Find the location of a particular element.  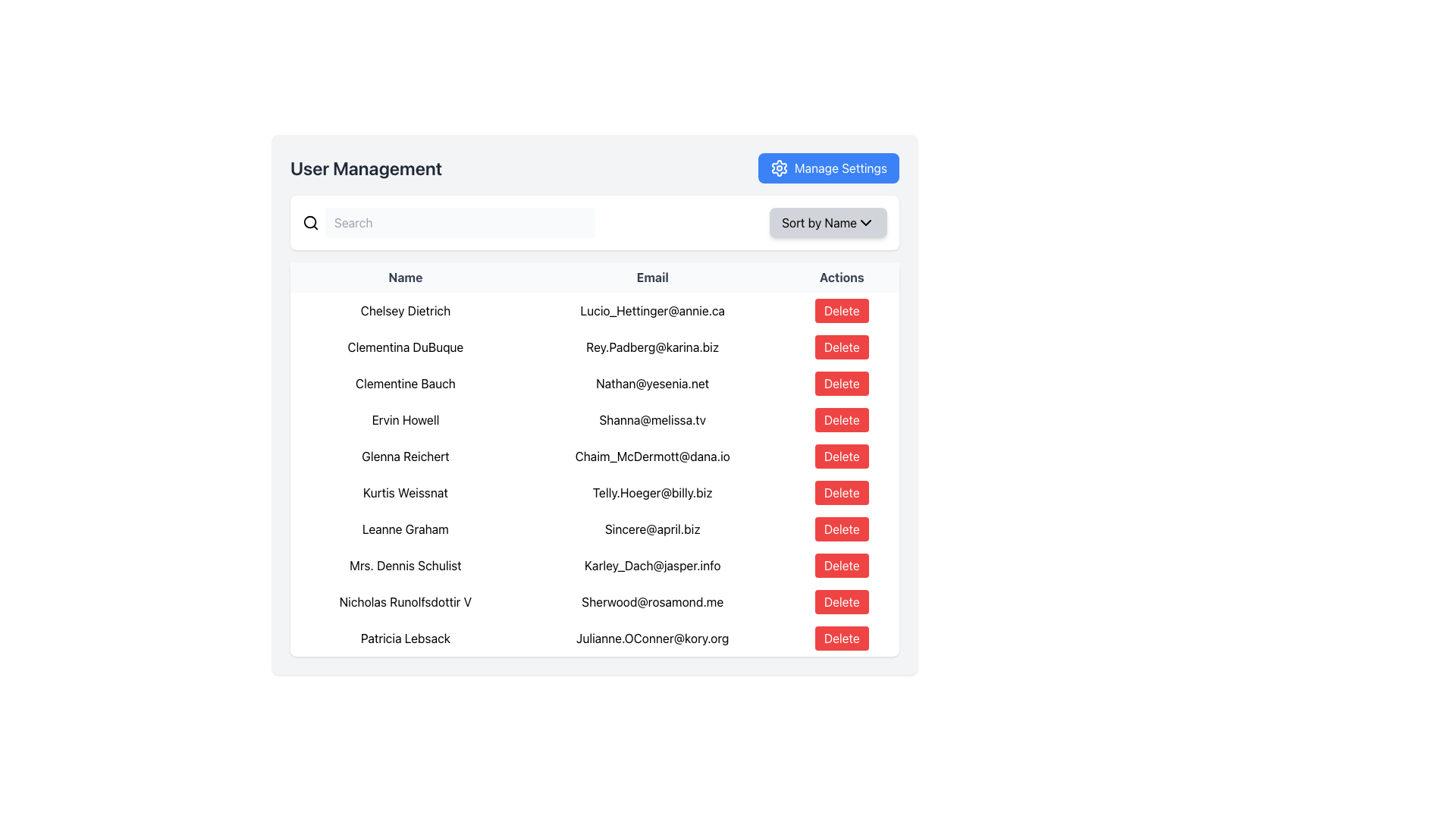

the 'Delete' button with red background and white text in the user management table for user 'Lucio_Hettinger@annie.ca' is located at coordinates (841, 309).